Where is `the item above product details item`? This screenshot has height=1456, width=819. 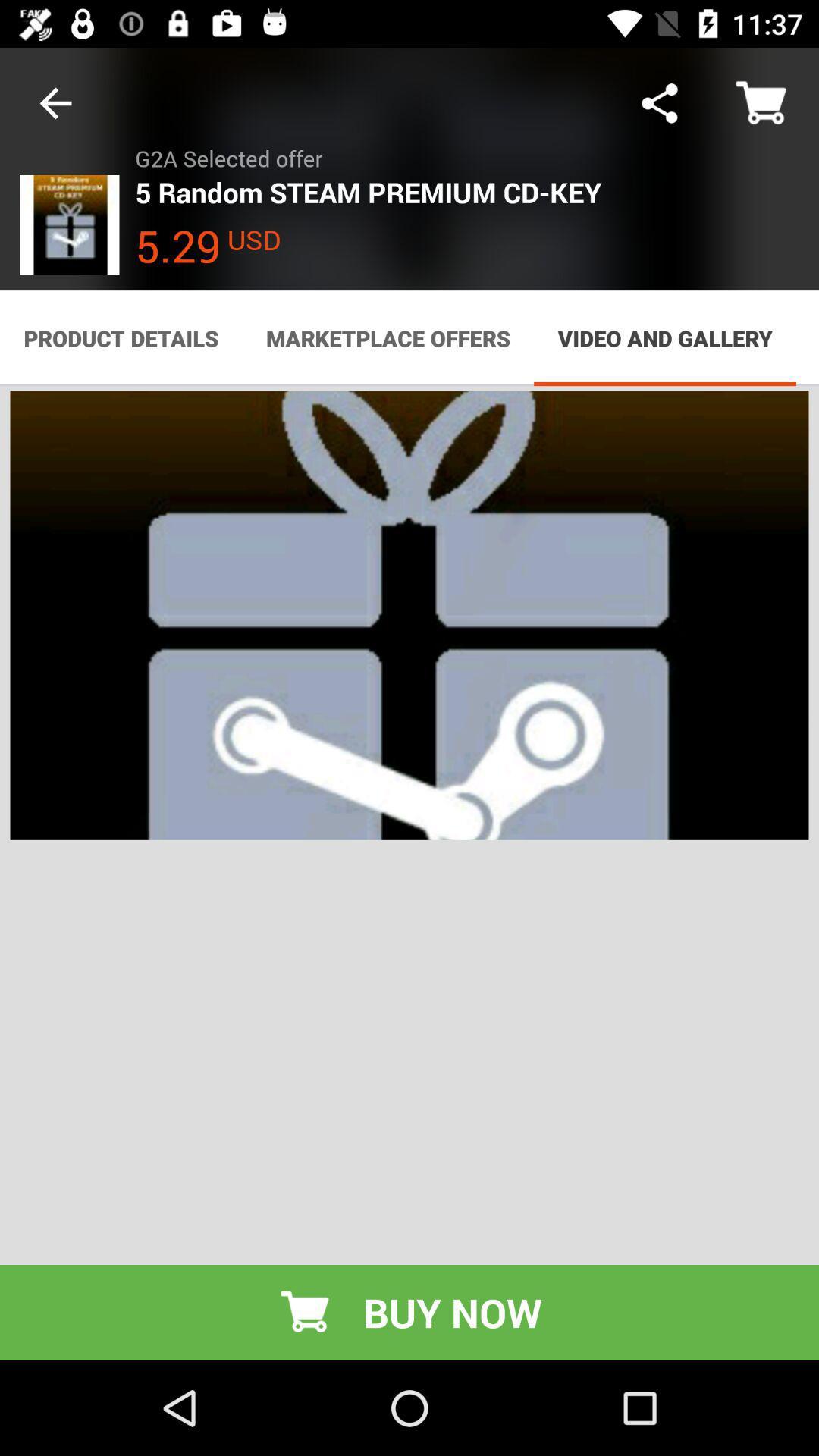
the item above product details item is located at coordinates (55, 102).